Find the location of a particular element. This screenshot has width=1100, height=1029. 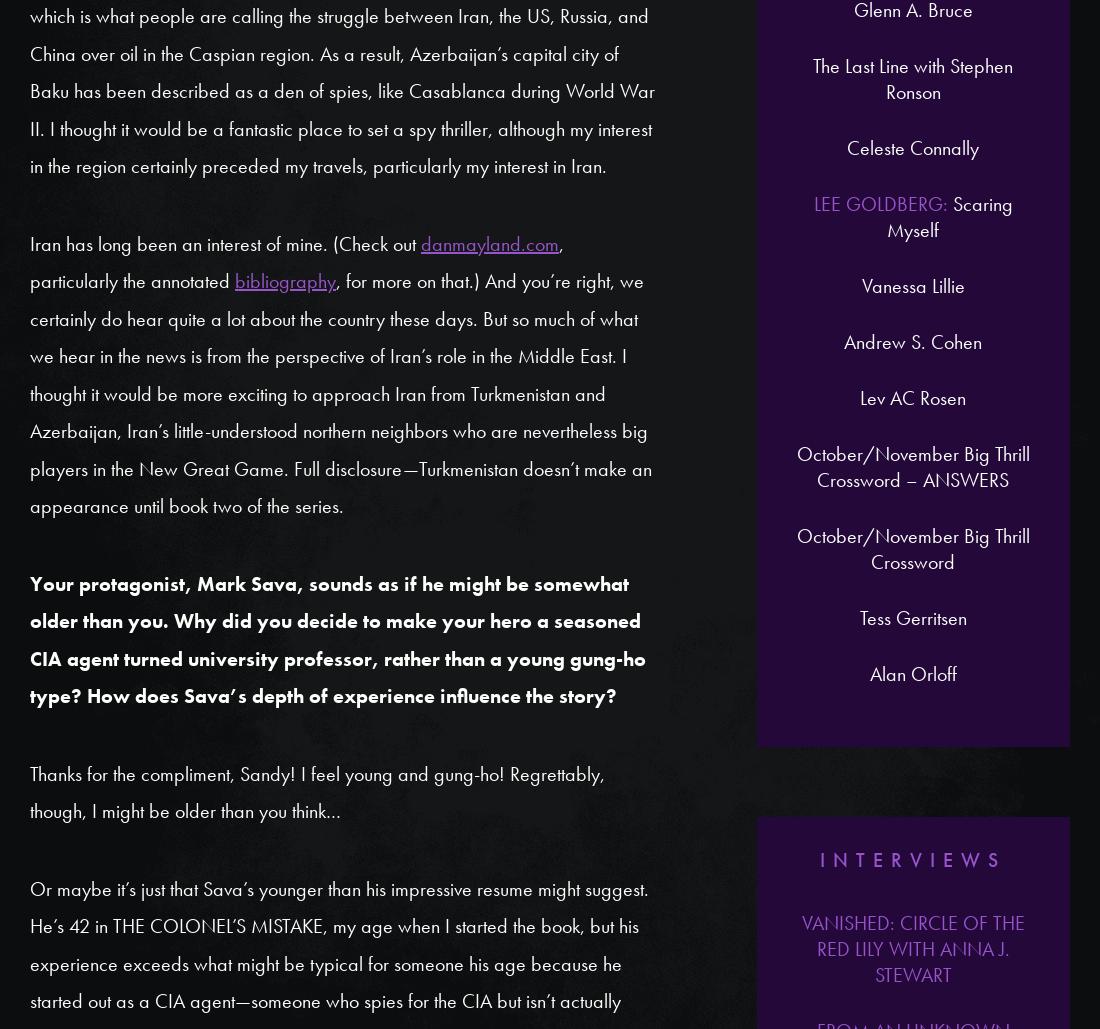

'Discover' is located at coordinates (548, 93).